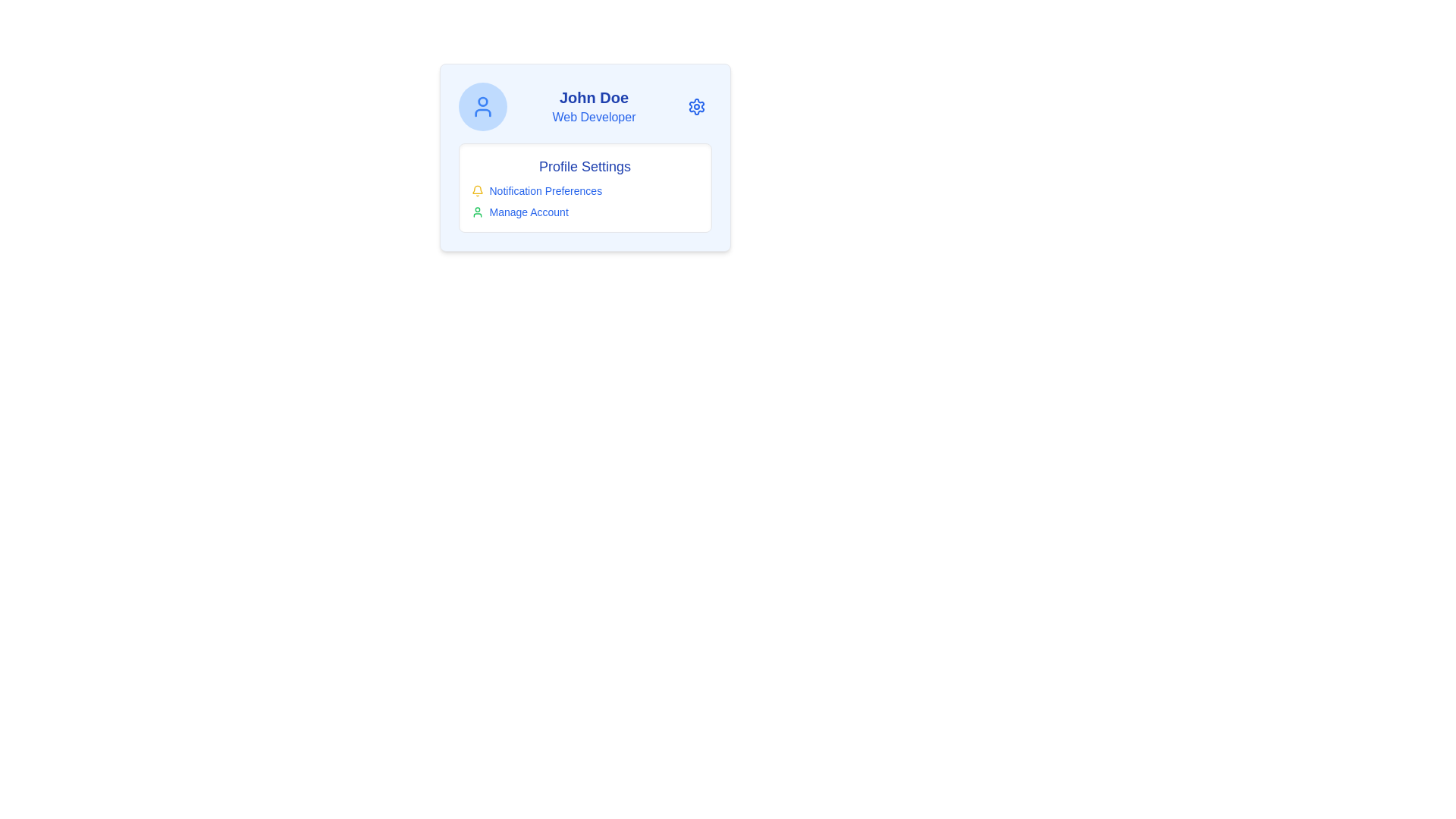 The width and height of the screenshot is (1456, 819). I want to click on the text label for notification settings located in the middle section of the profile settings interface, under the 'Profile Settings' heading and above the 'Manage Account' option, so click(584, 190).